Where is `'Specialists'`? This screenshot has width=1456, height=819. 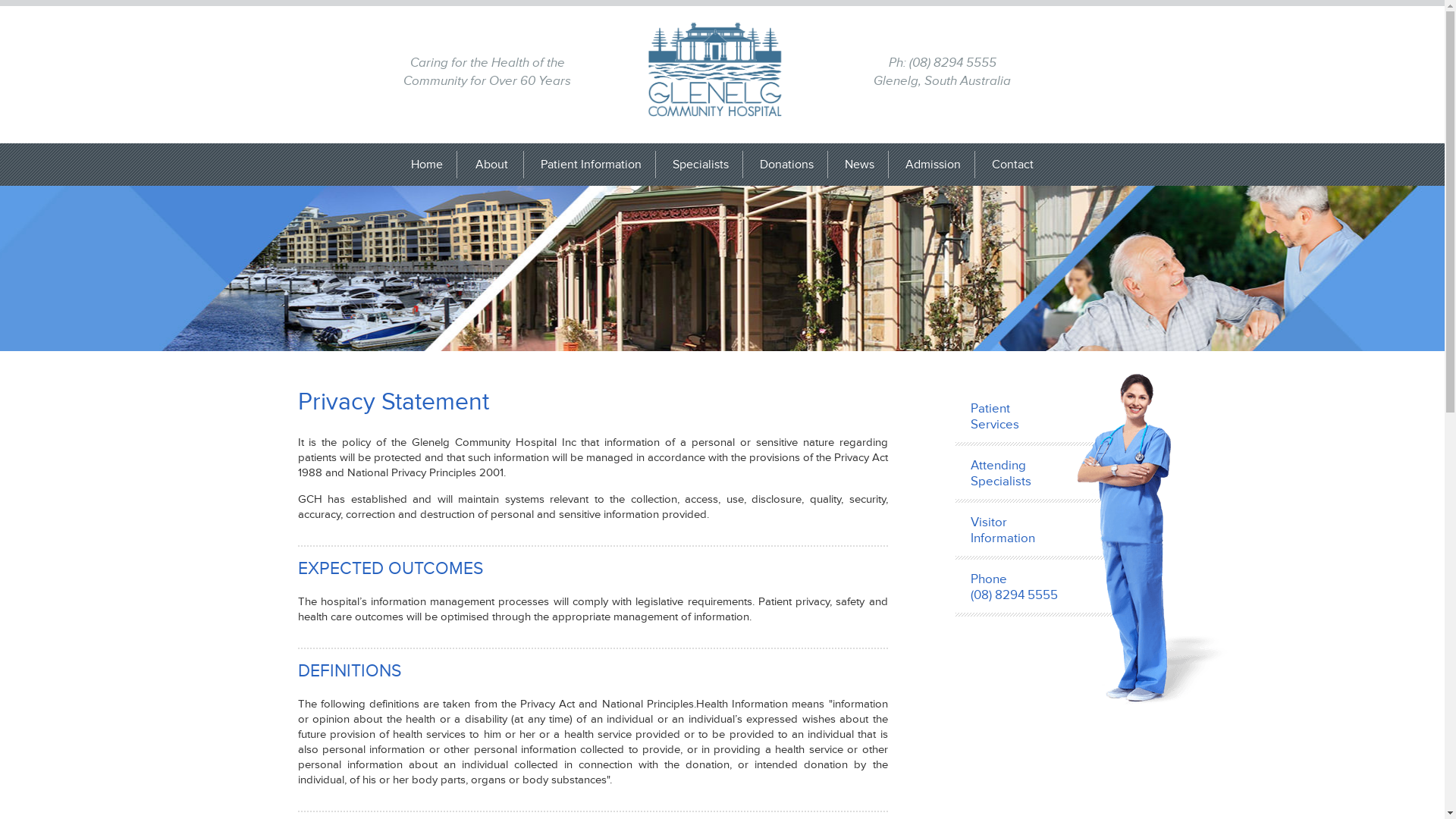 'Specialists' is located at coordinates (658, 164).